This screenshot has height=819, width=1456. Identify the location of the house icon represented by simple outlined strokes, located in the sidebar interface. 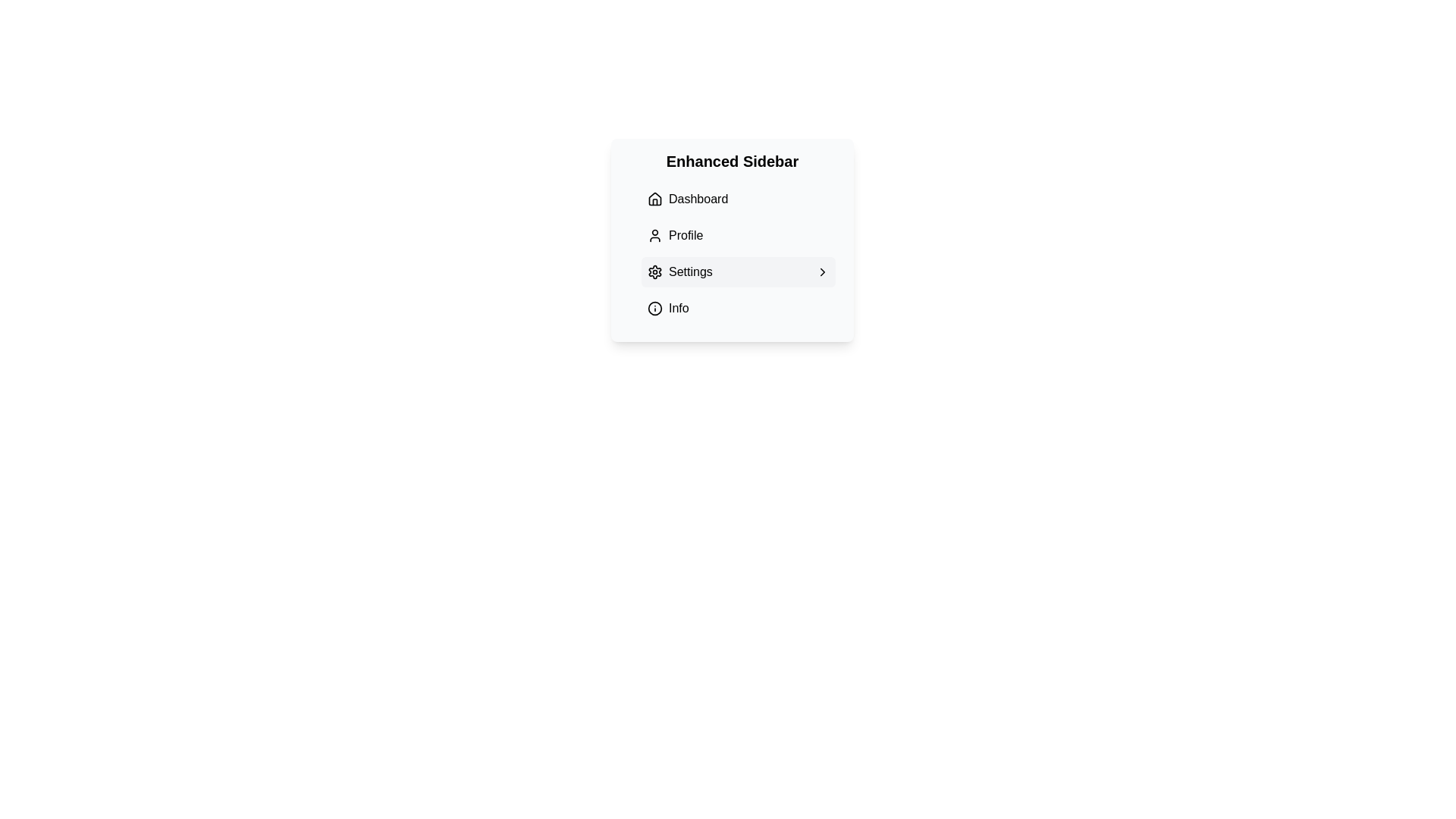
(655, 198).